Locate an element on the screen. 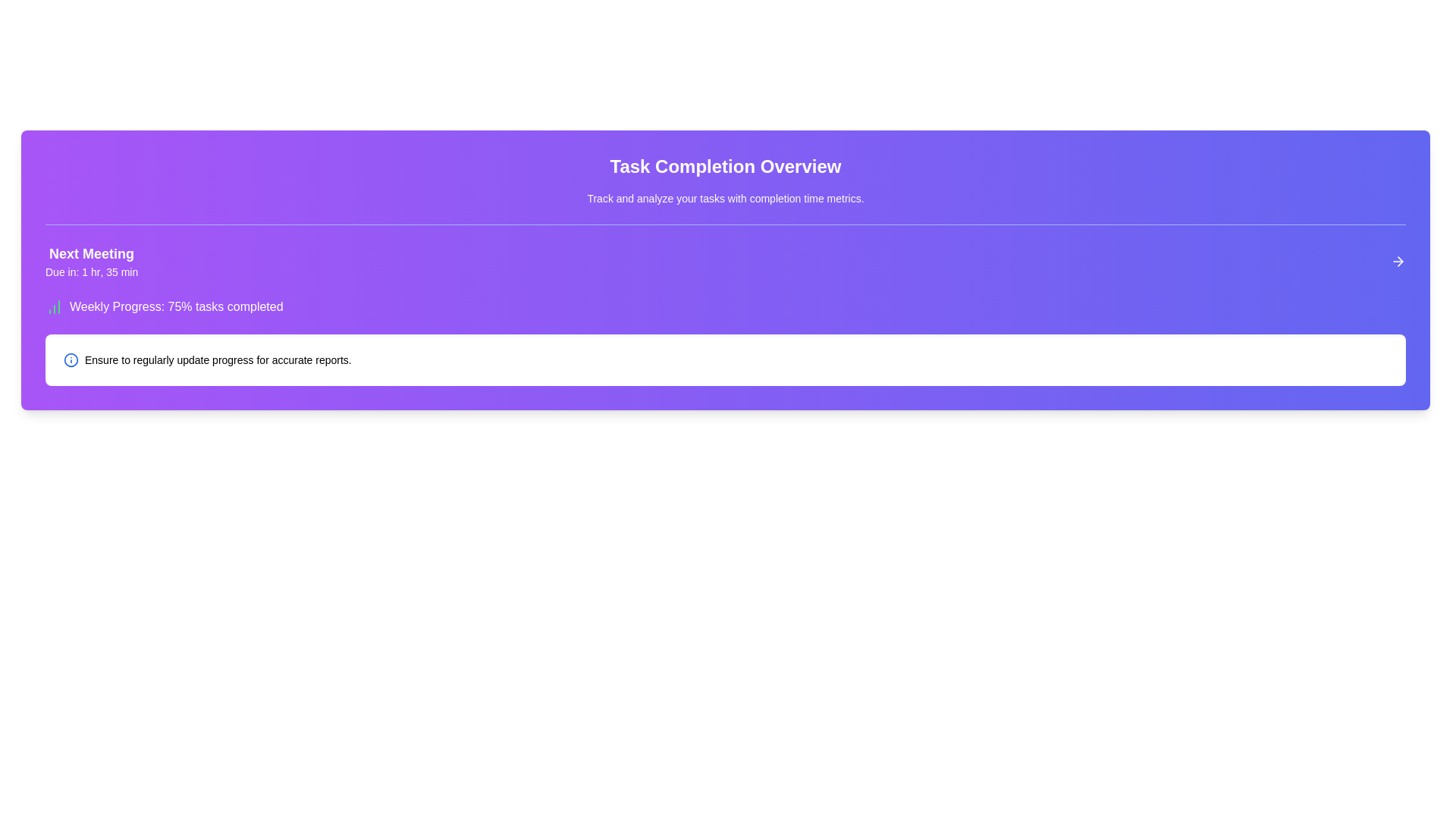 The image size is (1456, 819). the static text that reads 'Track and analyze your tasks with completion time metrics.' which is styled in white font on a gradient purple background, positioned below the header 'Task Completion Overview' is located at coordinates (724, 198).